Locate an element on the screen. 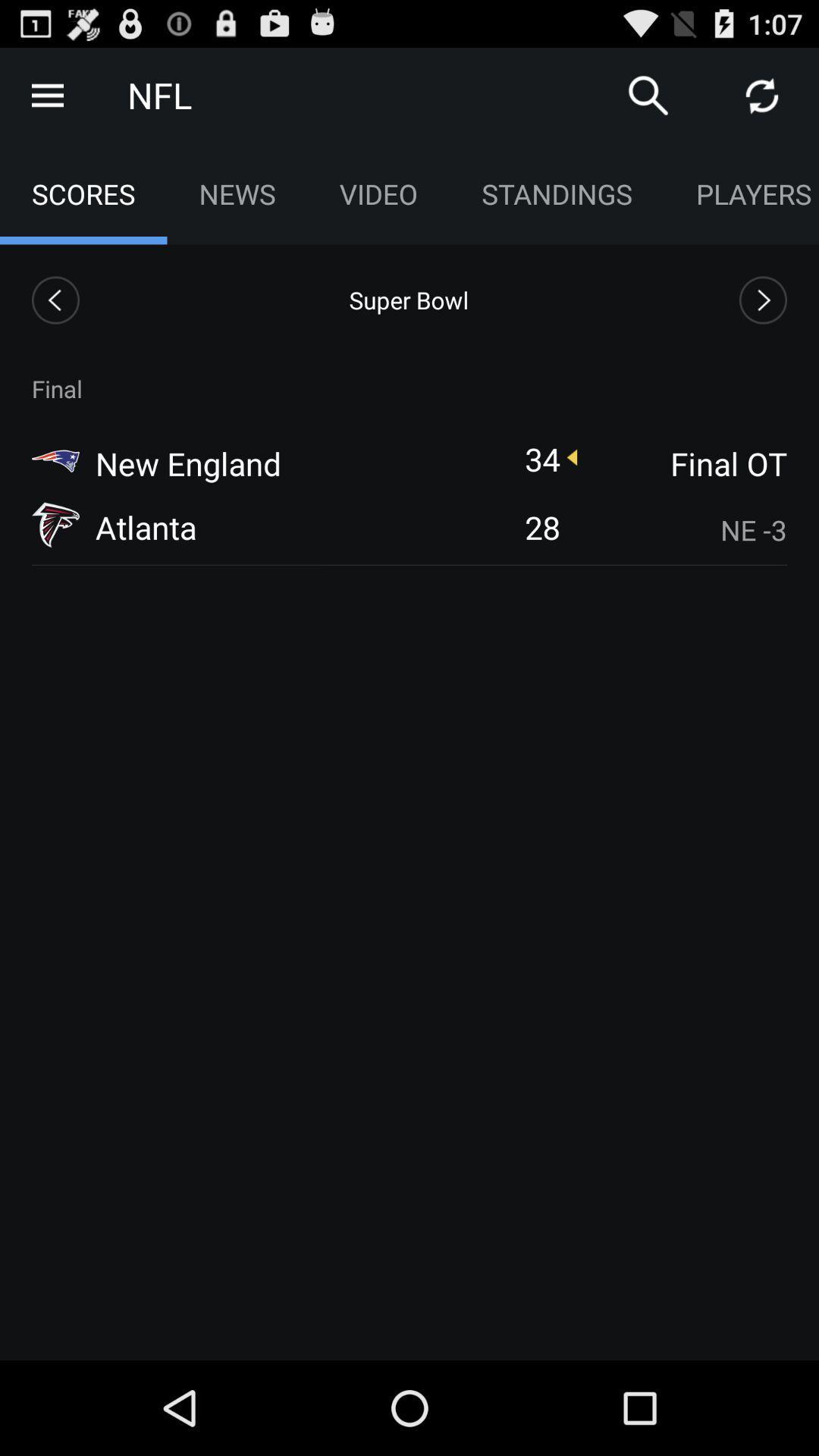 The width and height of the screenshot is (819, 1456). icon to the left of 28 icon is located at coordinates (146, 527).